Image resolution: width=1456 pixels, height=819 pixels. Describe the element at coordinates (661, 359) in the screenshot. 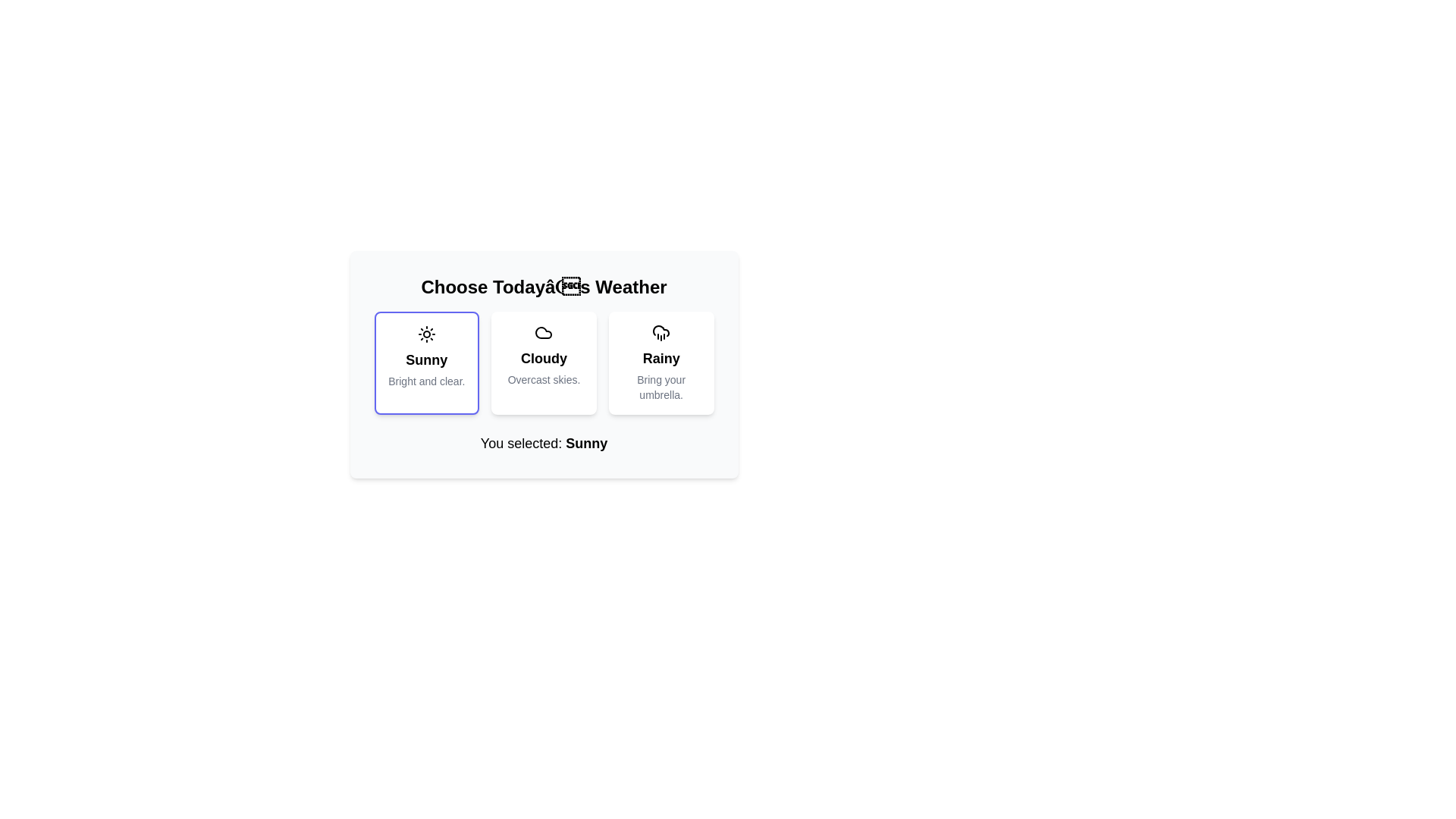

I see `the bold text label displaying 'Rainy'` at that location.